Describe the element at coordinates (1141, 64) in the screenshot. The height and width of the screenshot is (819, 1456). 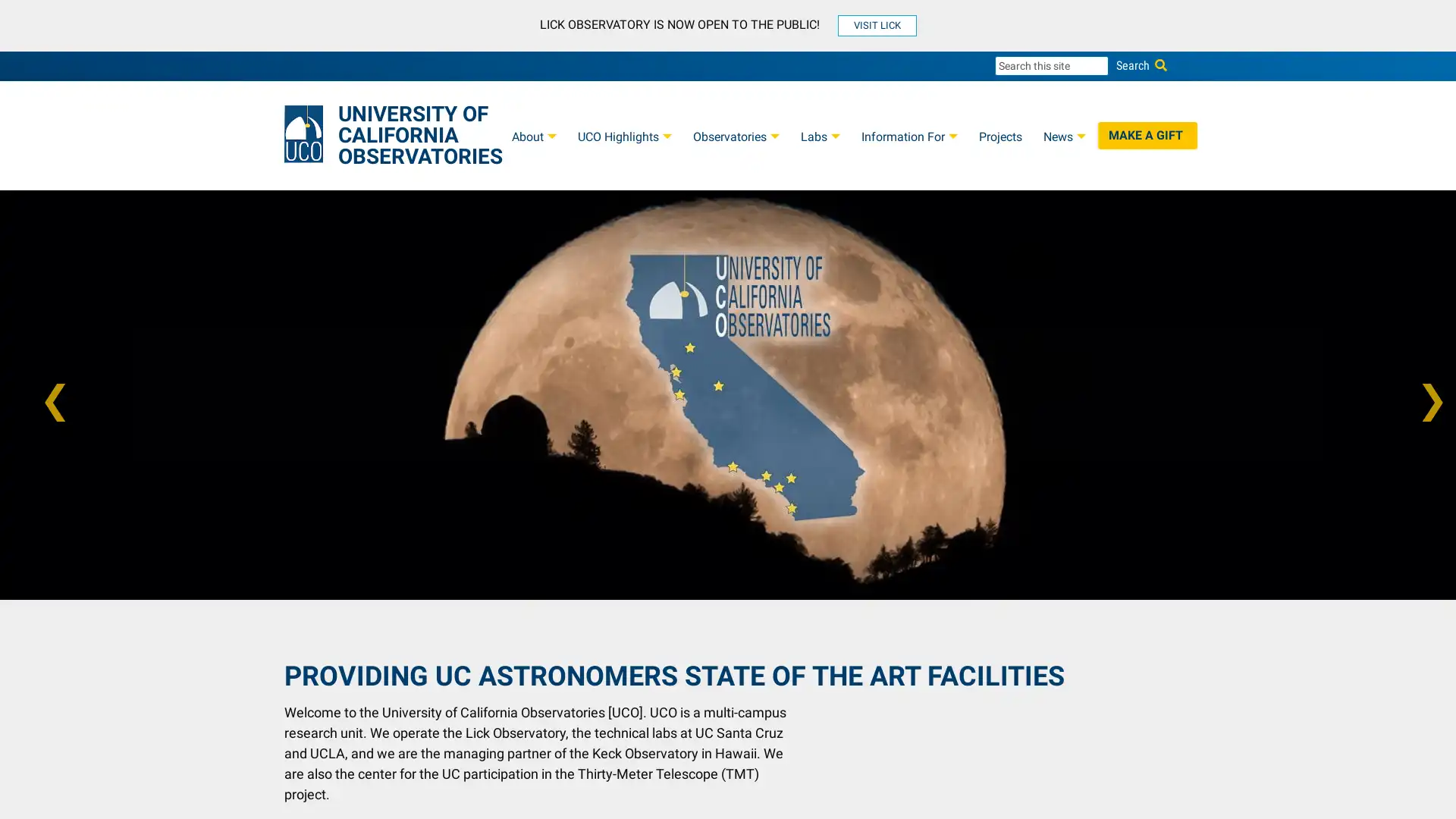
I see `Search` at that location.